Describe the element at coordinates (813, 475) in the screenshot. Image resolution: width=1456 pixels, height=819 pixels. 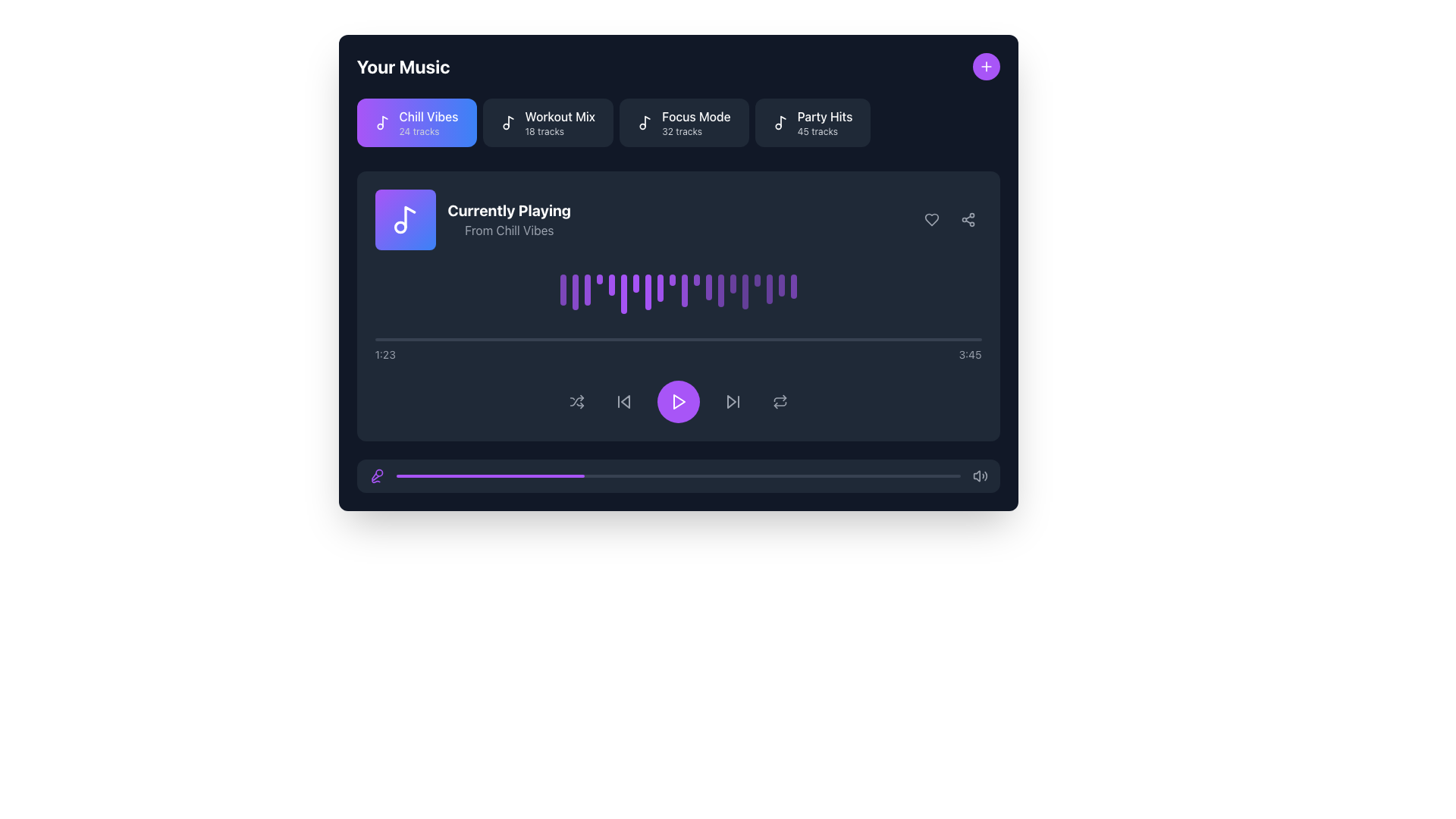
I see `the music progress bar` at that location.